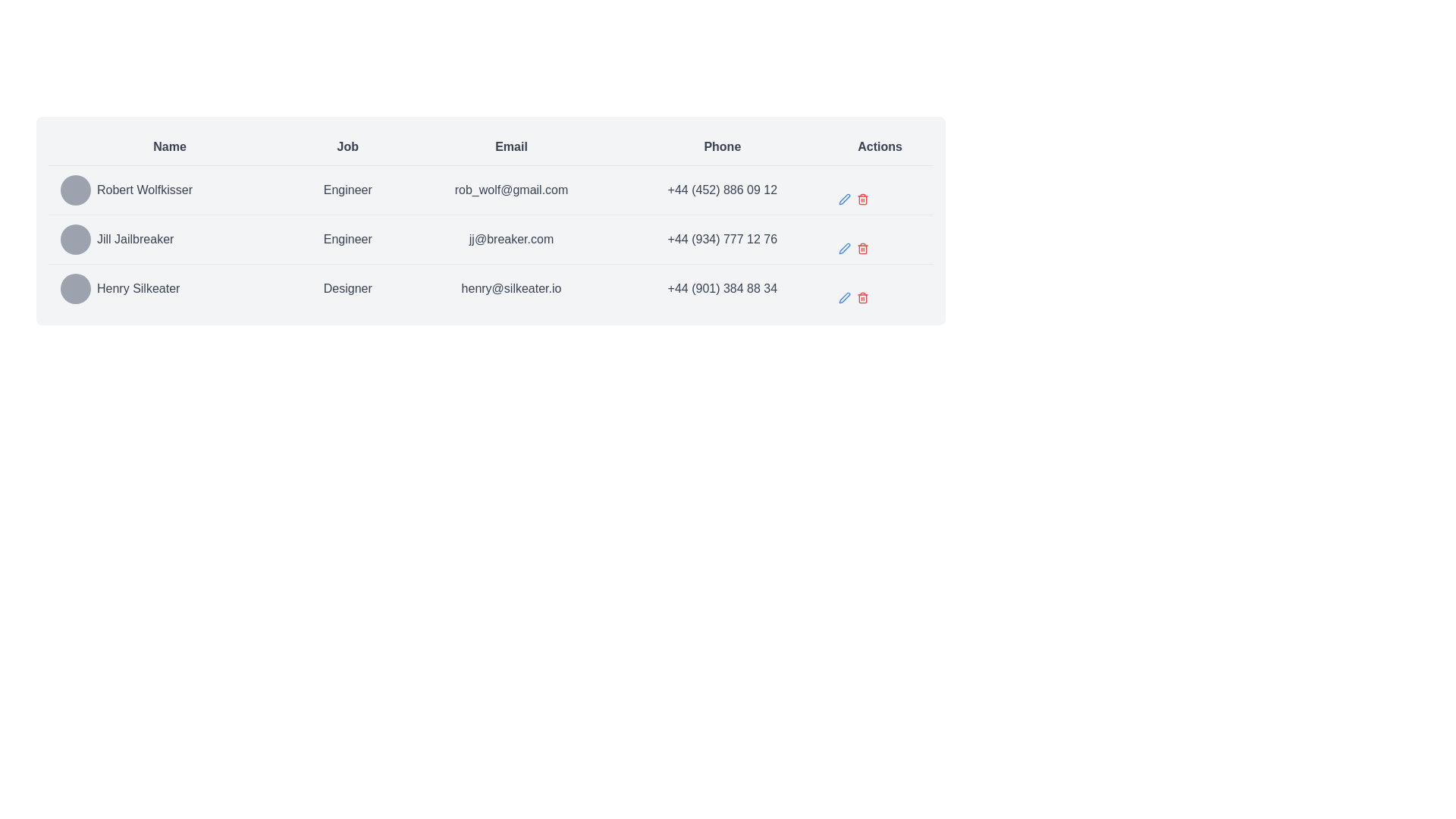  What do you see at coordinates (347, 147) in the screenshot?
I see `the header text label for the 'Job' column in the table, which is located between the 'Name' and 'Email' columns` at bounding box center [347, 147].